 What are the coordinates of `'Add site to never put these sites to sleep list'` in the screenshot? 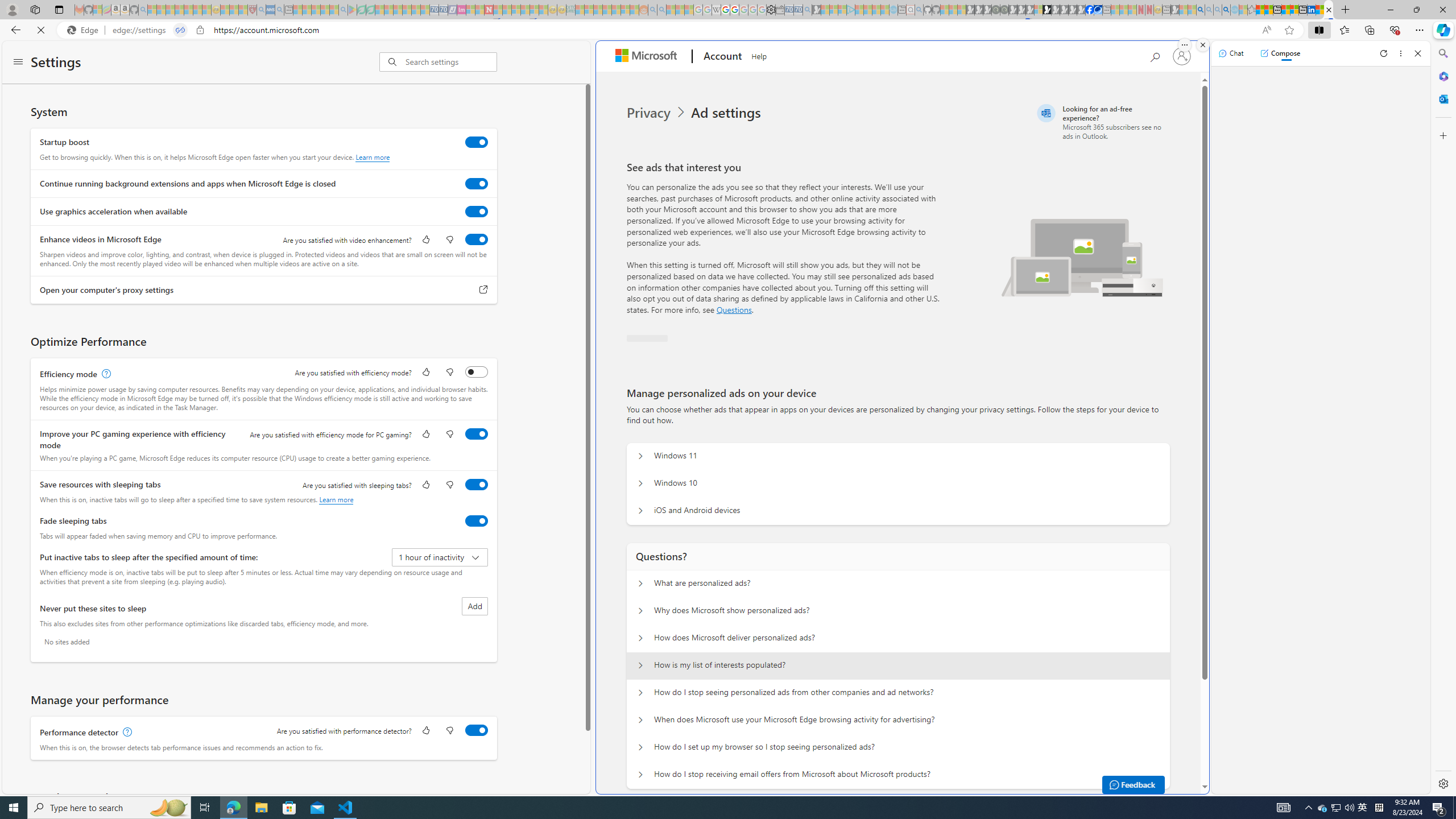 It's located at (474, 605).